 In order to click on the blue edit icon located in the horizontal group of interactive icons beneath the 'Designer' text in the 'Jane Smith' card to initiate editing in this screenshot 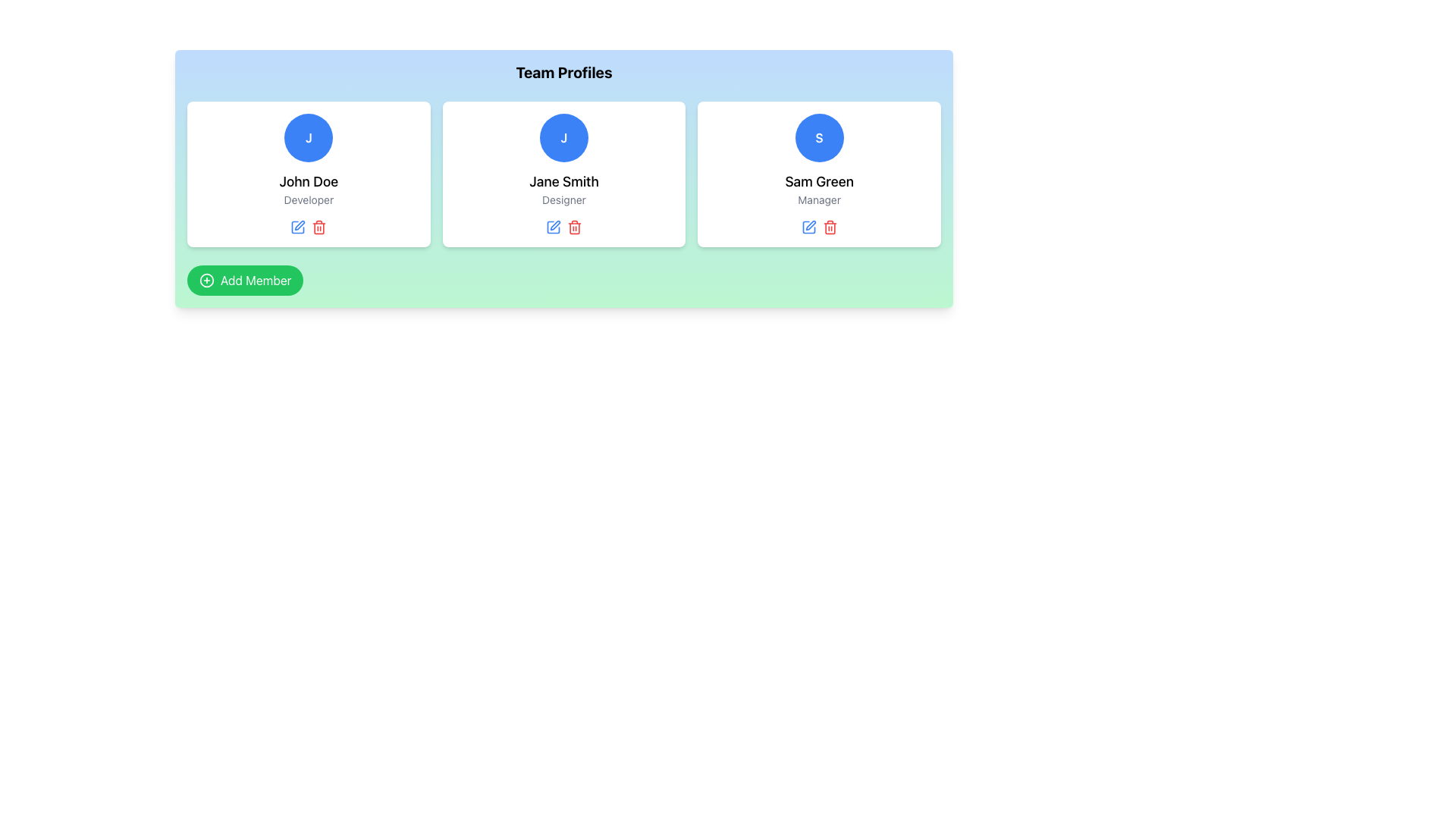, I will do `click(563, 227)`.